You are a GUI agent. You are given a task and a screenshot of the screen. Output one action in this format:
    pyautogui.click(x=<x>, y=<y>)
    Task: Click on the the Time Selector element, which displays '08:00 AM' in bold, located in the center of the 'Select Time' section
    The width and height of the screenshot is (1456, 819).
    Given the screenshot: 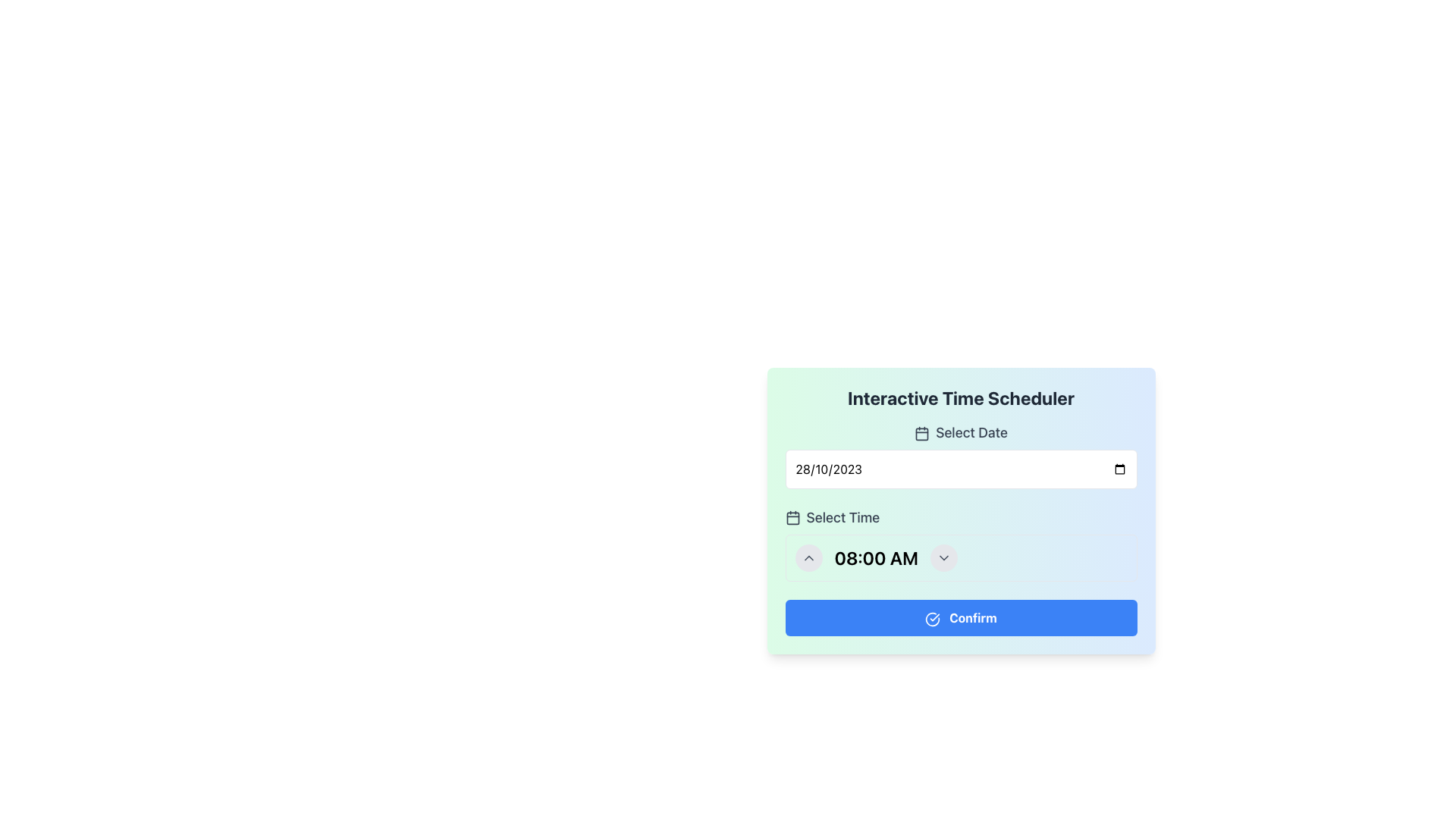 What is the action you would take?
    pyautogui.click(x=960, y=558)
    